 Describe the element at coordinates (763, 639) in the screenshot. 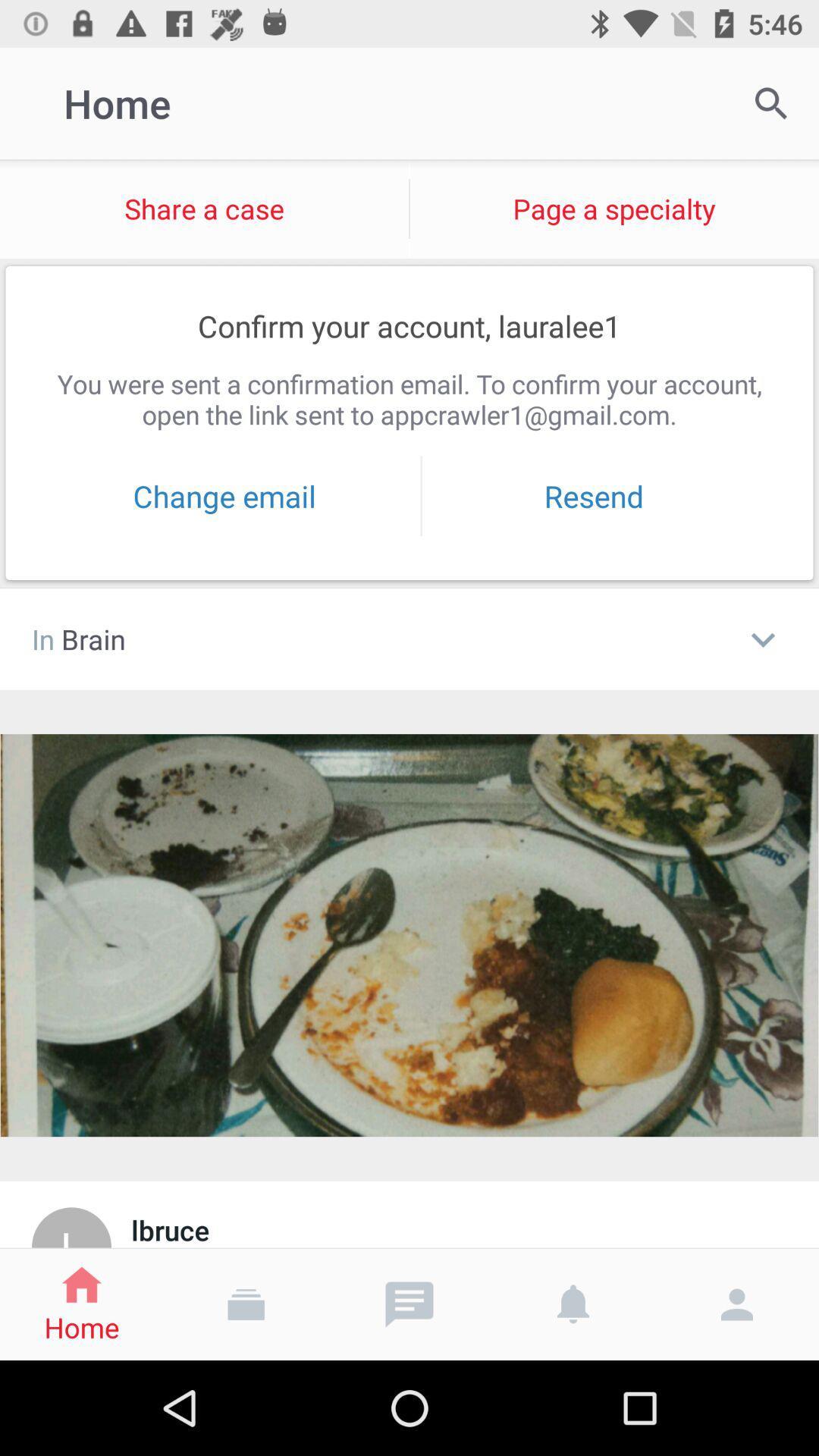

I see `item below resend icon` at that location.